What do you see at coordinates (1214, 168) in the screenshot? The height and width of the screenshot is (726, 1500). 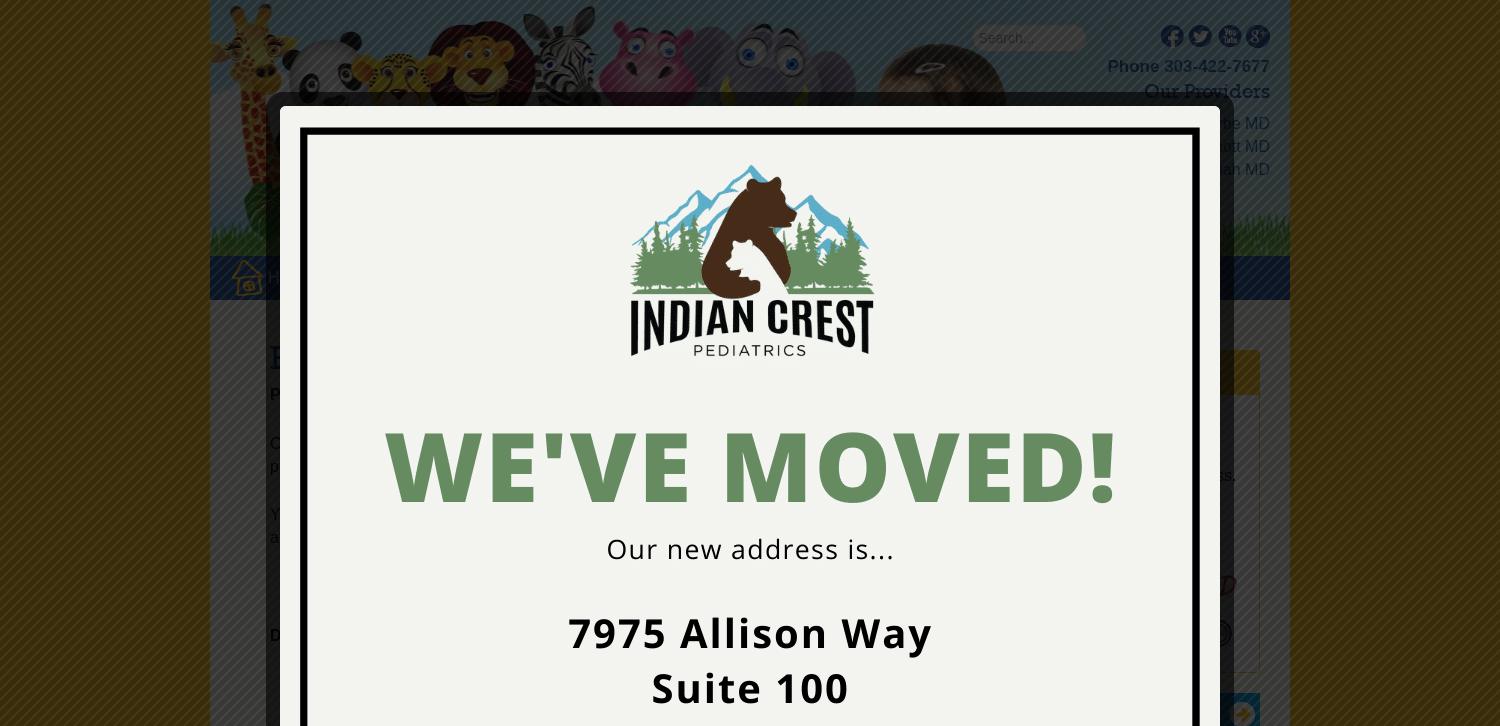 I see `'Sona Shah MD'` at bounding box center [1214, 168].